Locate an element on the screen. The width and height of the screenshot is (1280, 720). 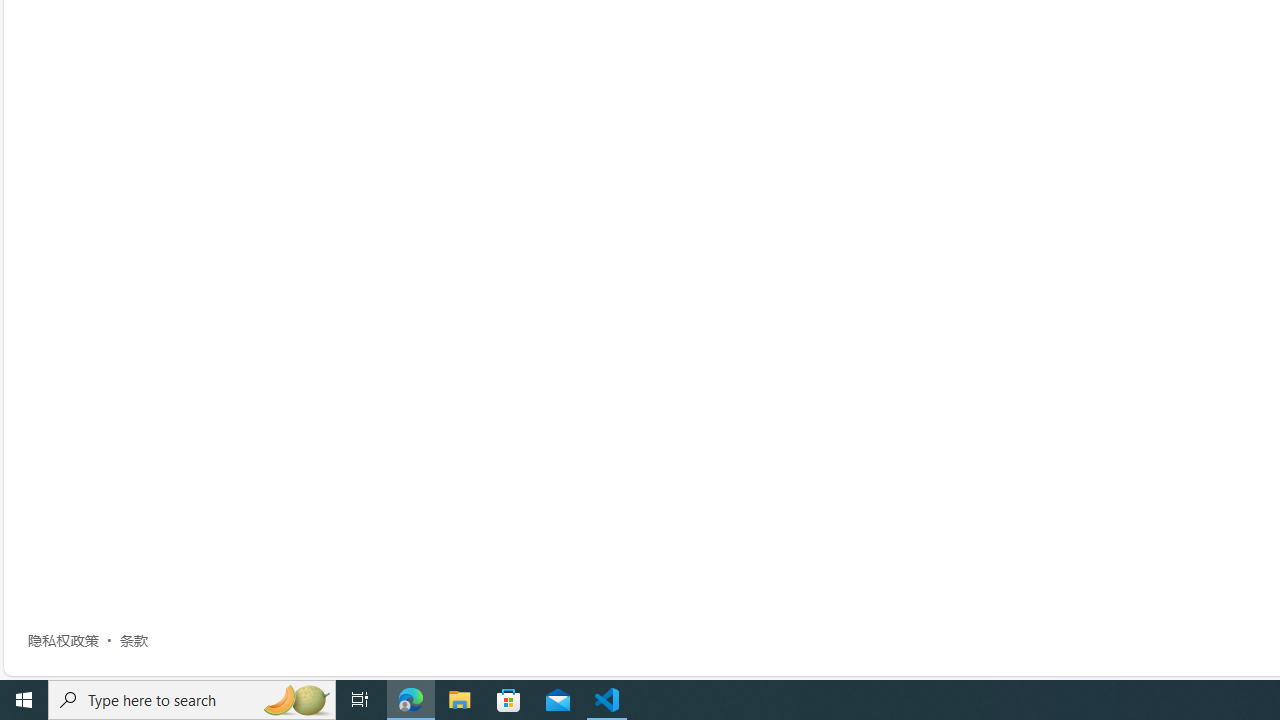
'Microsoft Edge - 1 running window' is located at coordinates (410, 698).